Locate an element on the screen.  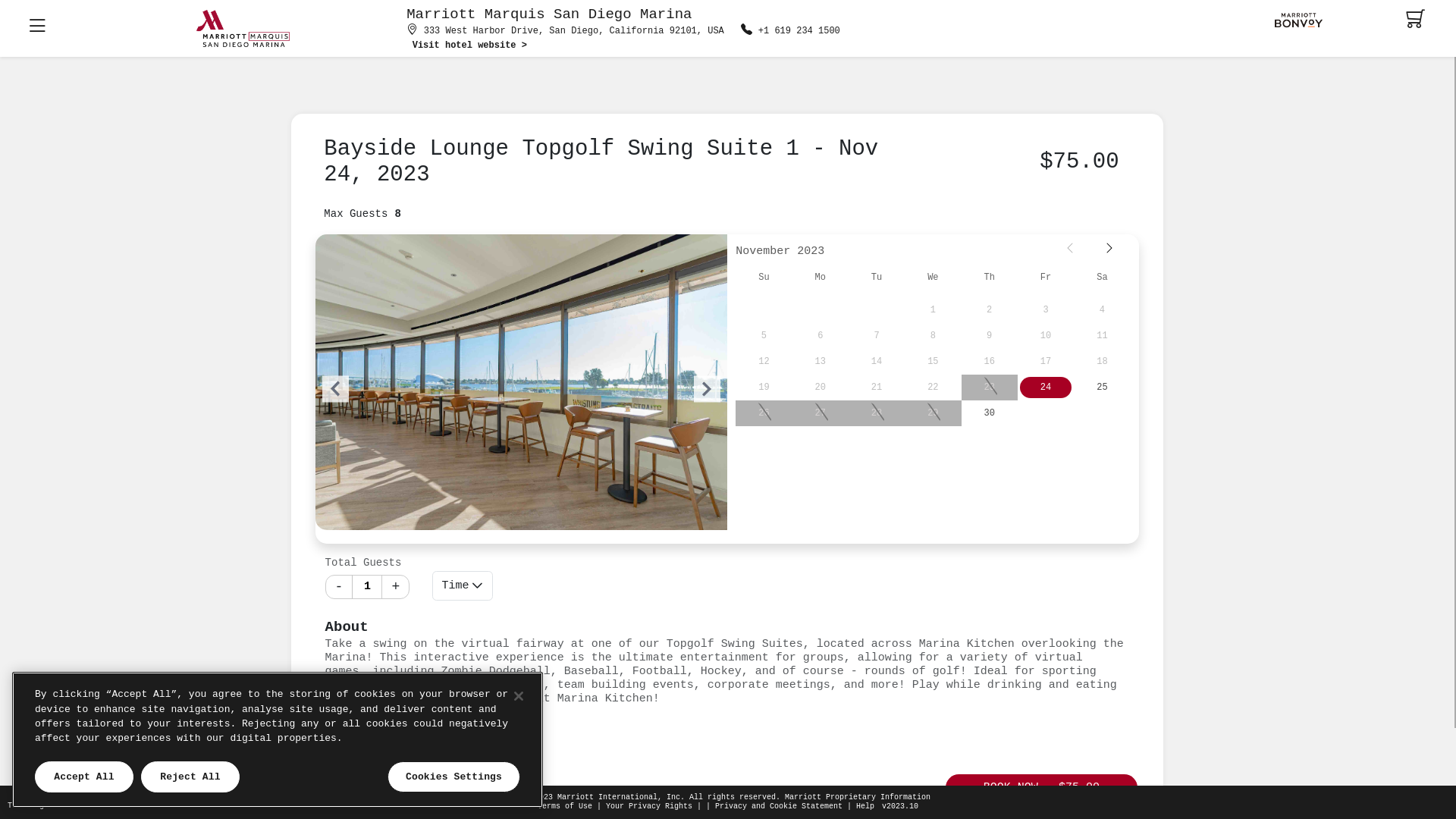
'Accept All' is located at coordinates (83, 777).